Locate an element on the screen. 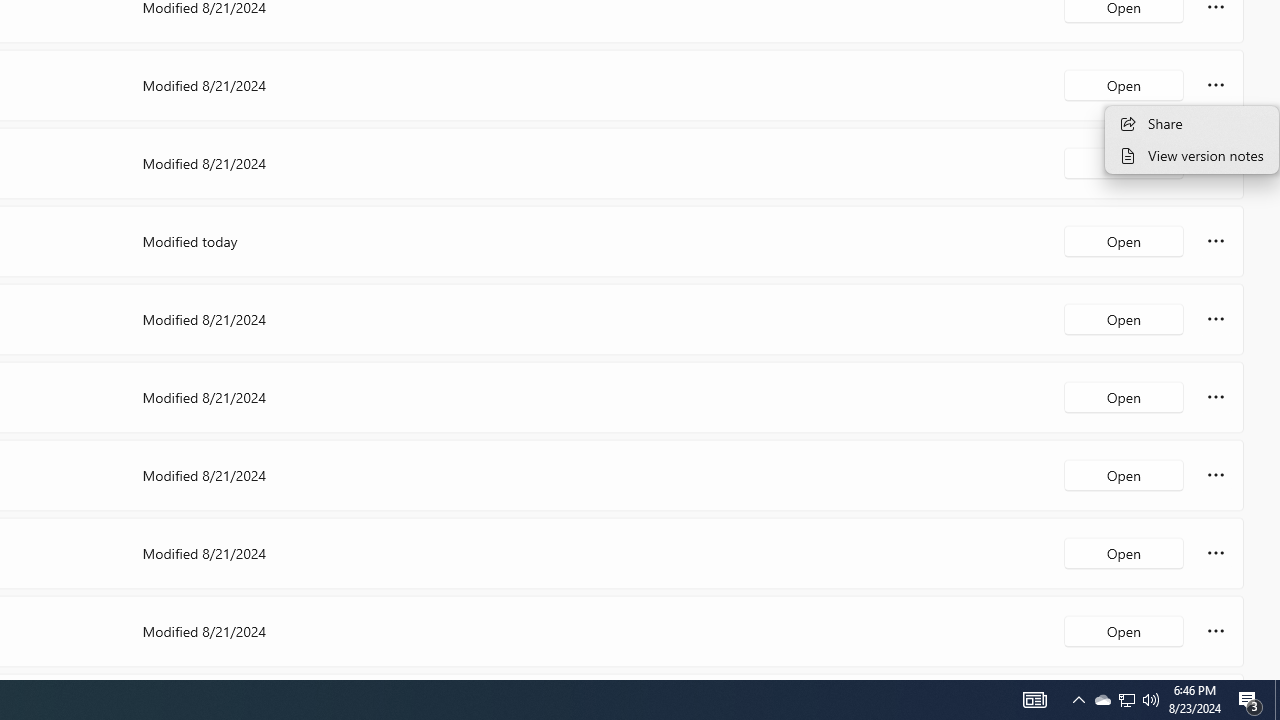 This screenshot has width=1280, height=720. 'Vertical Small Increase' is located at coordinates (1271, 672).